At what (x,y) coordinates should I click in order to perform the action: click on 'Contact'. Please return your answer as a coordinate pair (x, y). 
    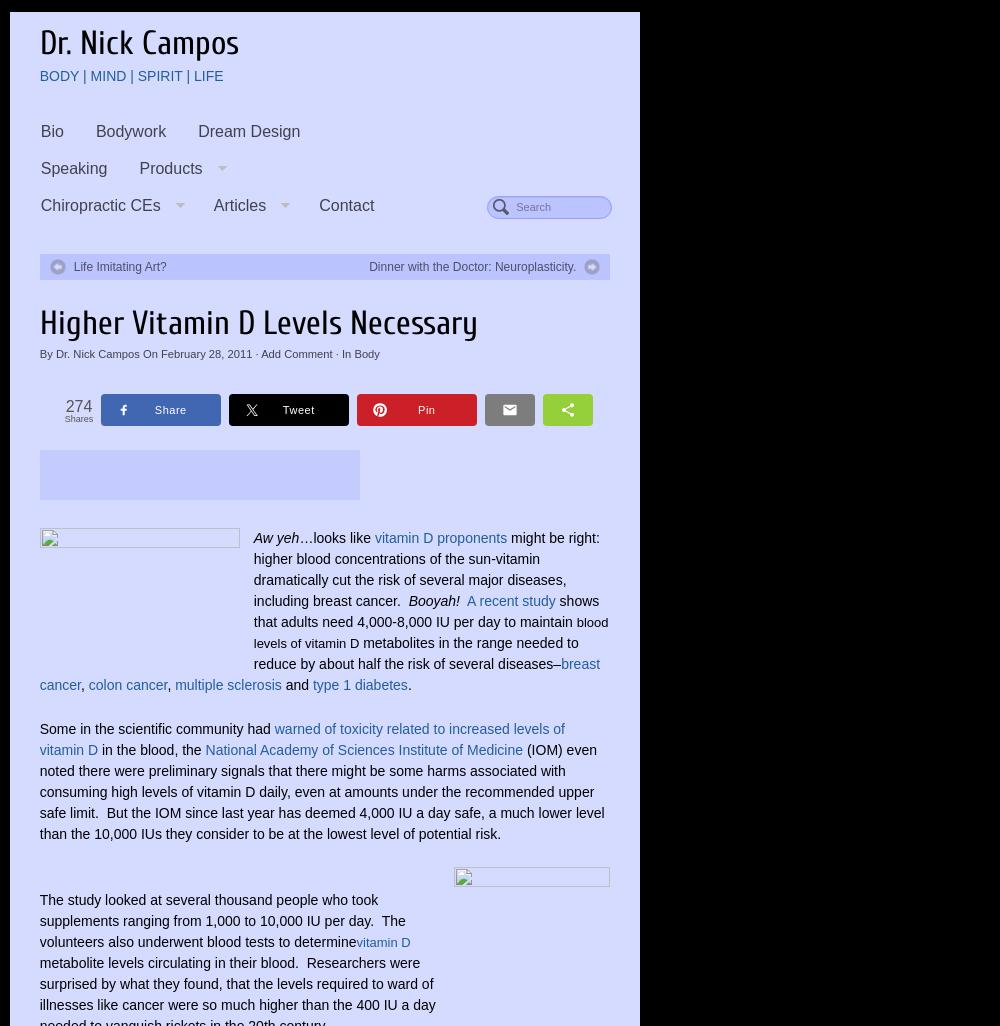
    Looking at the image, I should click on (345, 203).